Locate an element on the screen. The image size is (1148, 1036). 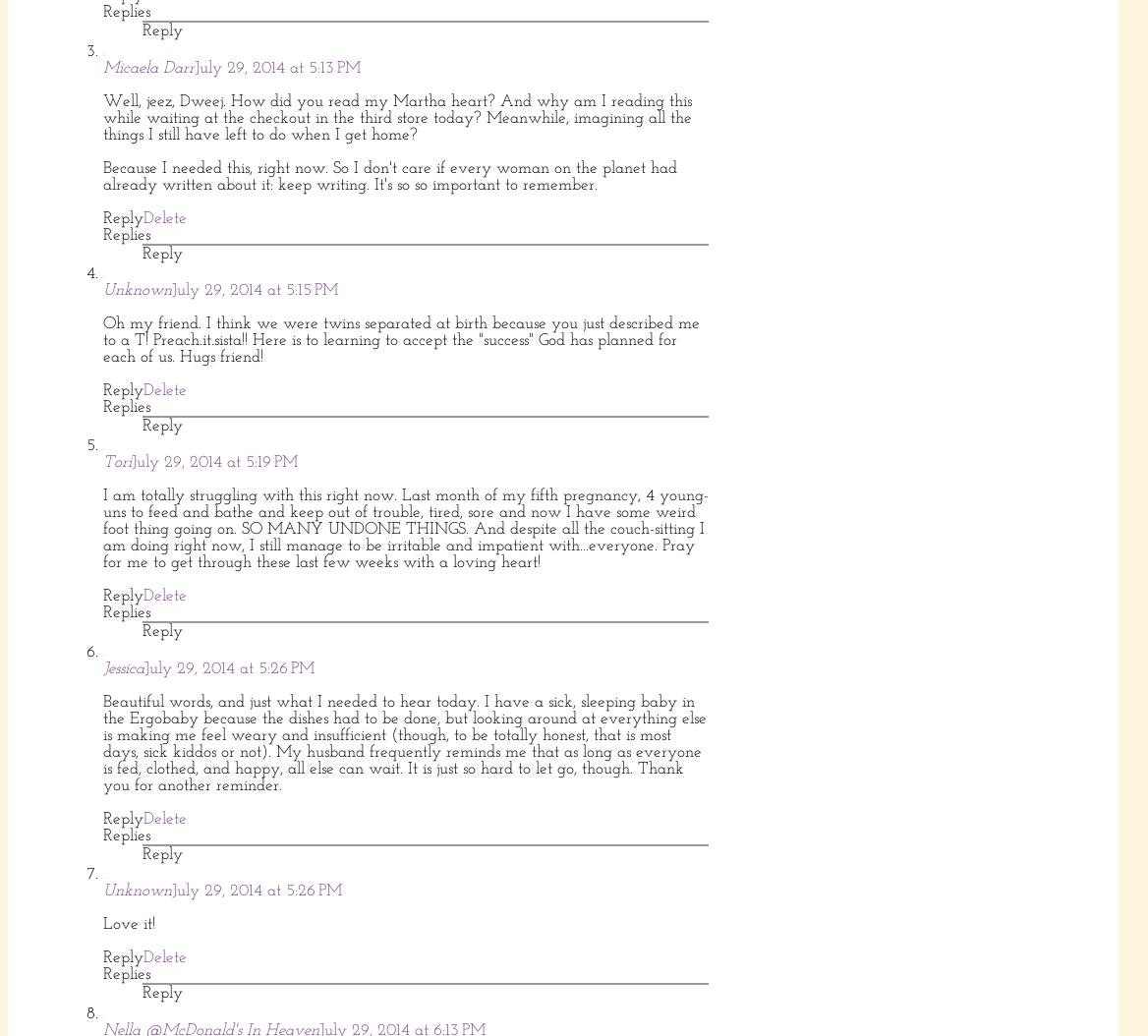
'July 29, 2014 at 5:19 PM' is located at coordinates (130, 462).